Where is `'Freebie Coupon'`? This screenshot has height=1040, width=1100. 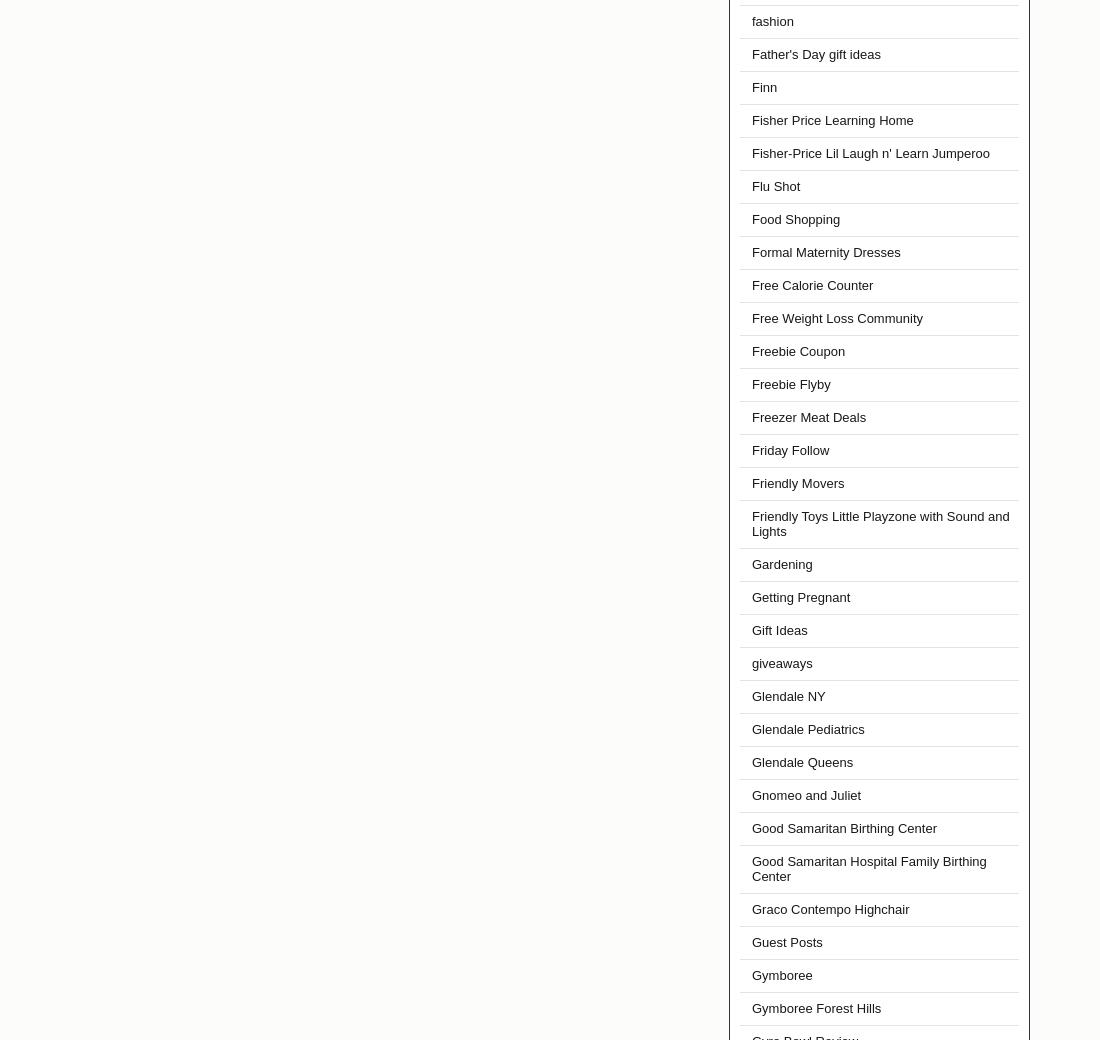 'Freebie Coupon' is located at coordinates (798, 350).